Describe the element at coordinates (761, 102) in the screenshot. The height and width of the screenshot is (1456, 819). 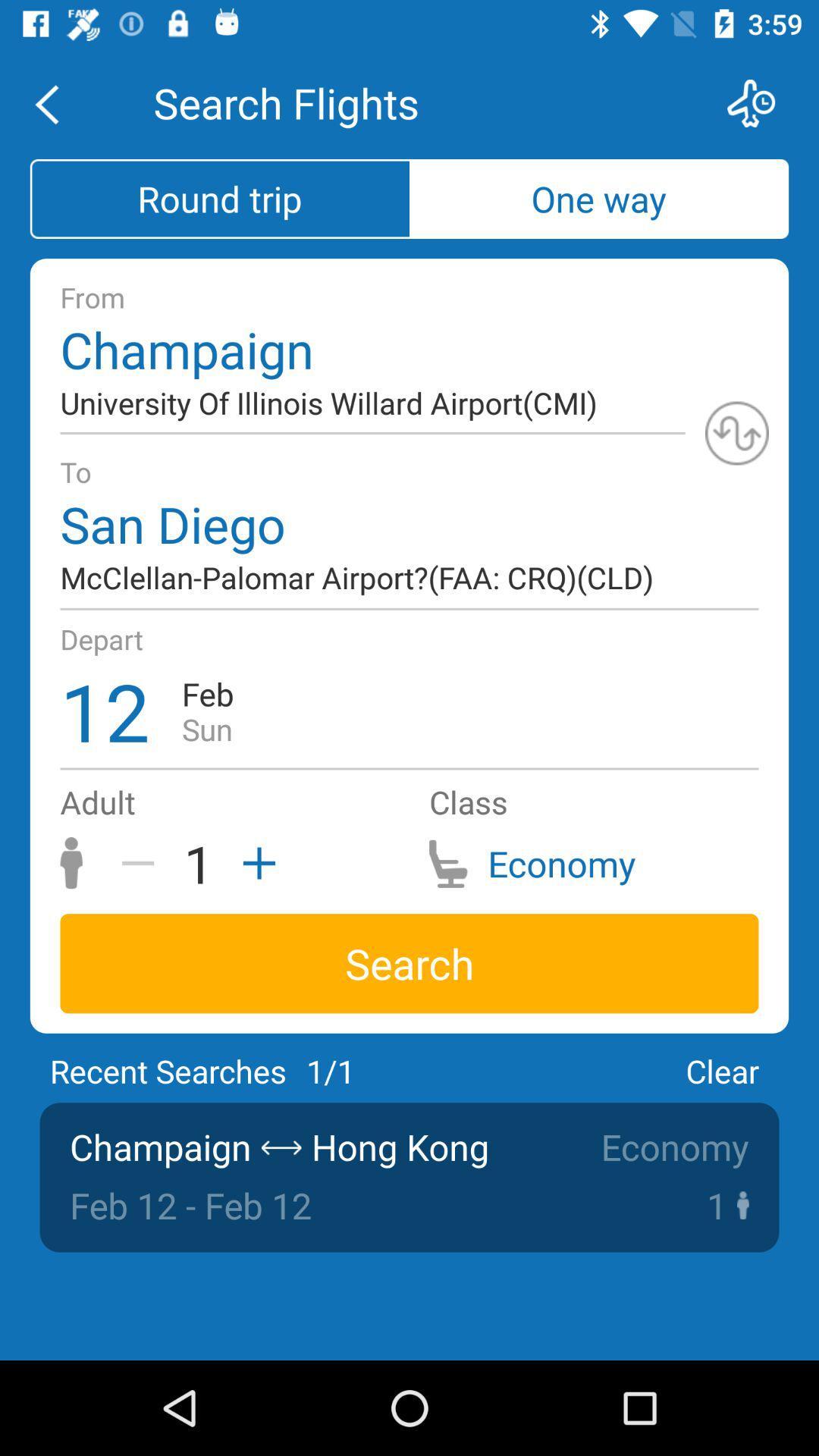
I see `search option` at that location.